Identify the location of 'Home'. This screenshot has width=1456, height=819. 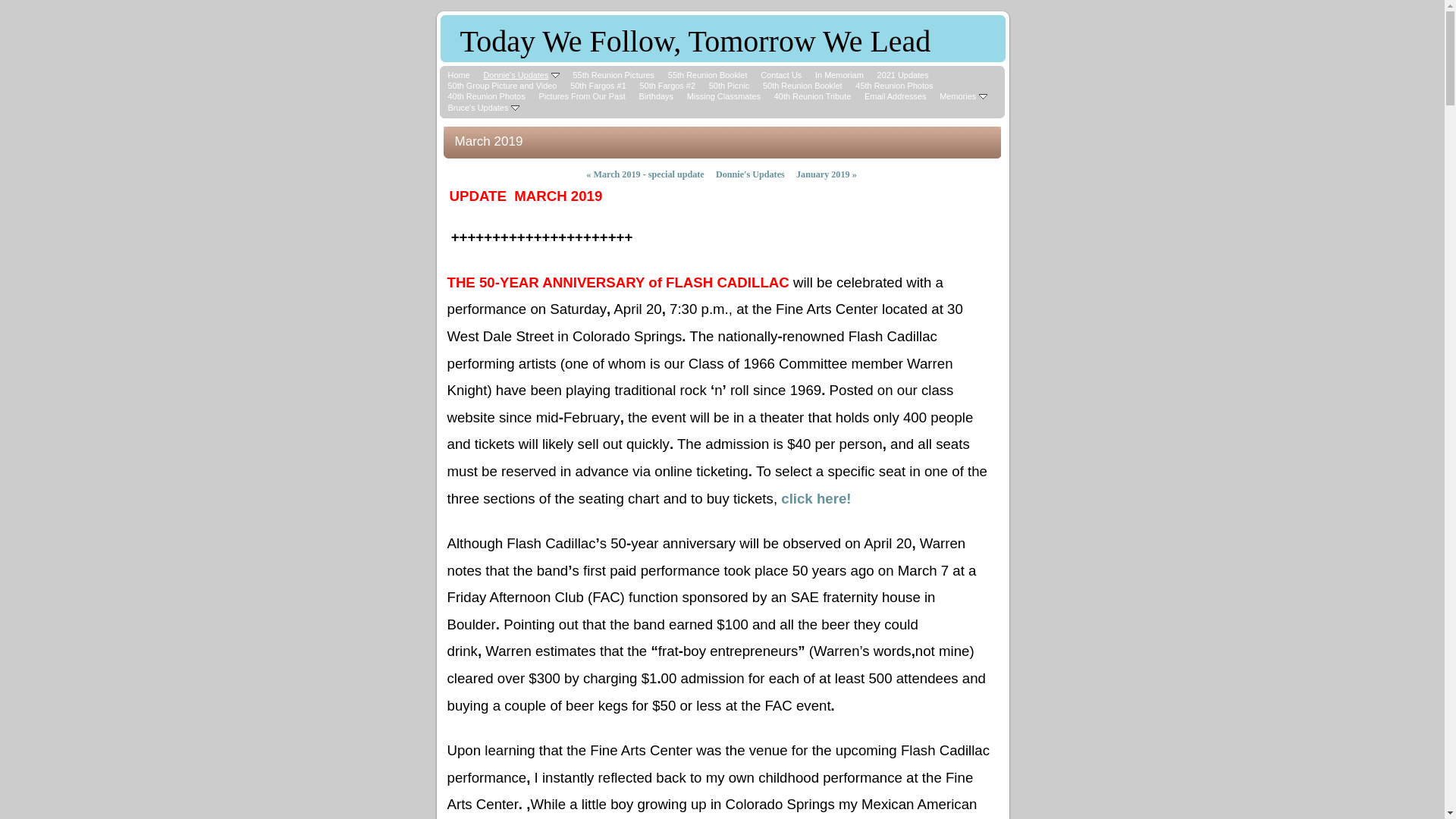
(457, 75).